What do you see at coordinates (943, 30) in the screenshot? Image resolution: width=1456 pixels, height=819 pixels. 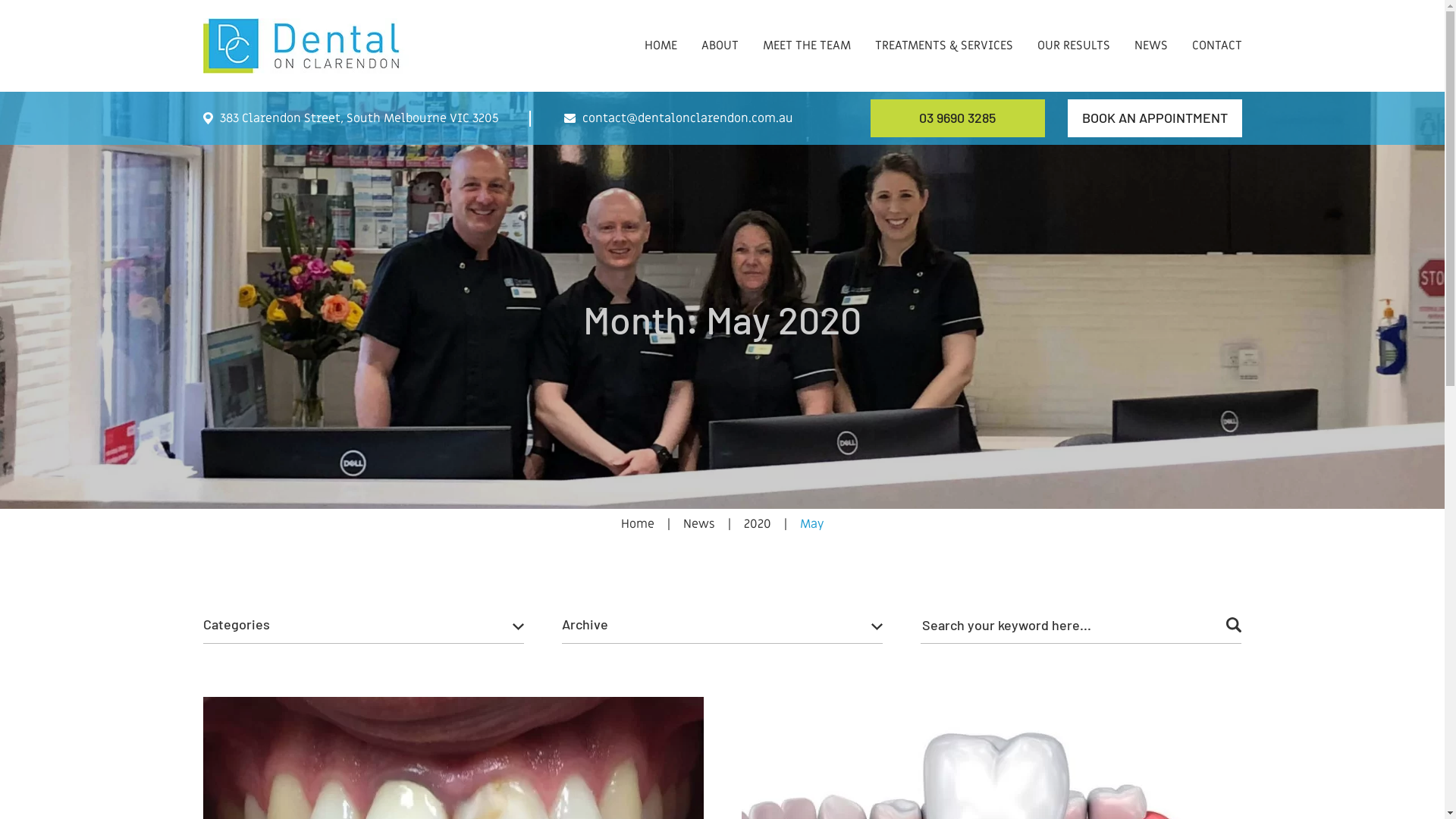 I see `'TREATMENTS & SERVICES'` at bounding box center [943, 30].